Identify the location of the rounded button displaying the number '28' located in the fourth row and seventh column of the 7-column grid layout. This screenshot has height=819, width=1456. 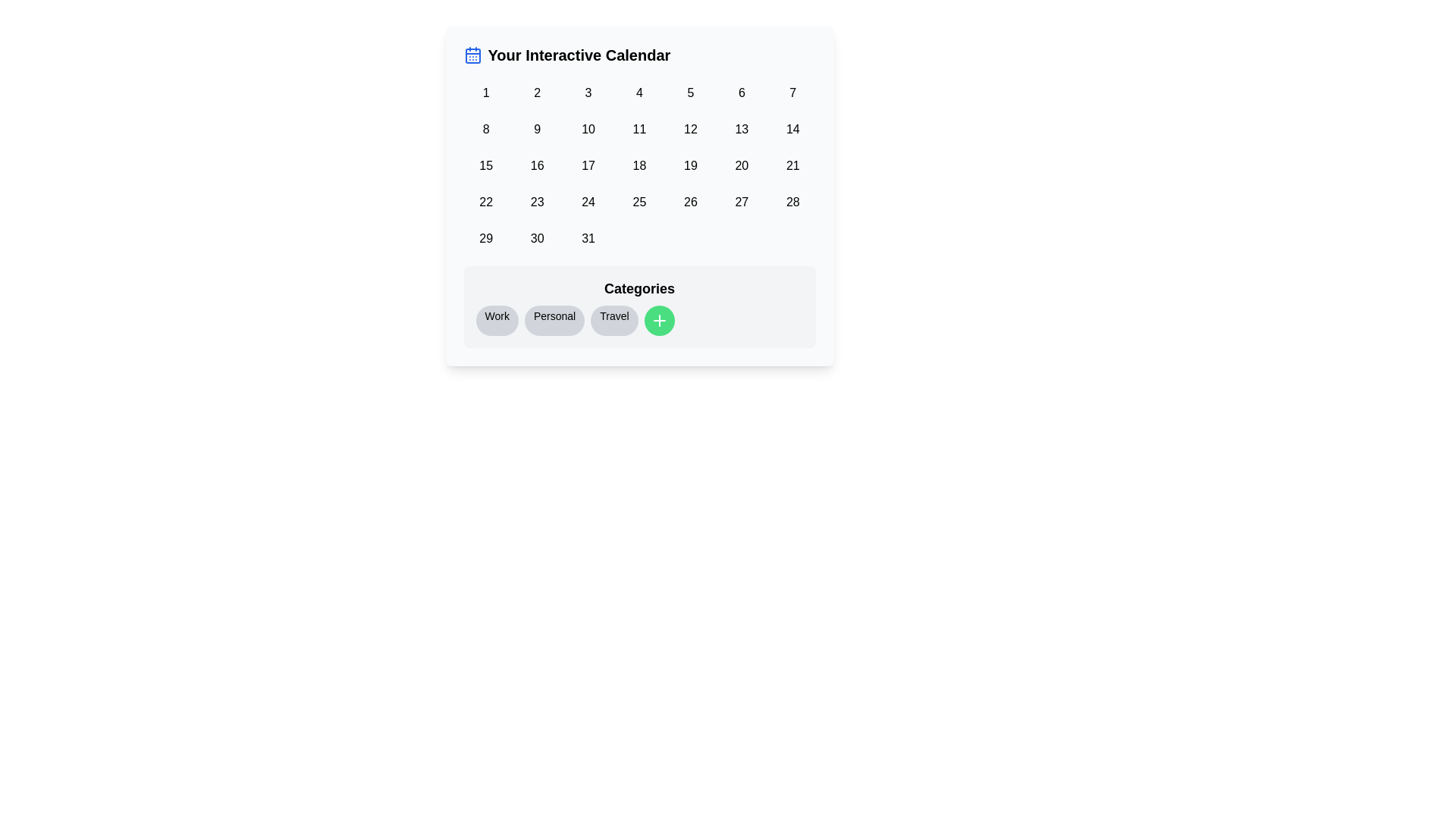
(792, 201).